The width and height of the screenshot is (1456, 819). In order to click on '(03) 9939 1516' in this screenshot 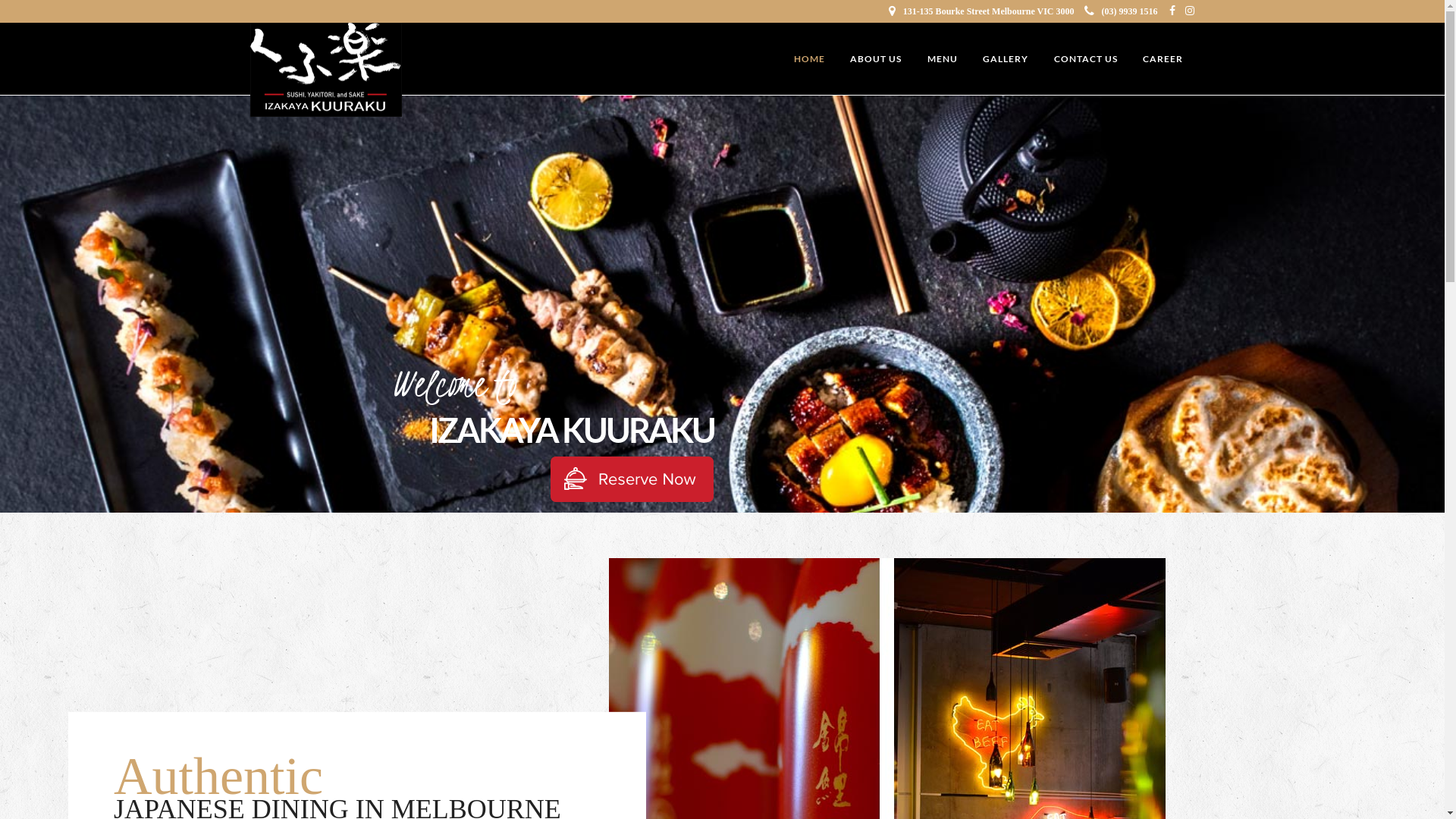, I will do `click(1121, 11)`.